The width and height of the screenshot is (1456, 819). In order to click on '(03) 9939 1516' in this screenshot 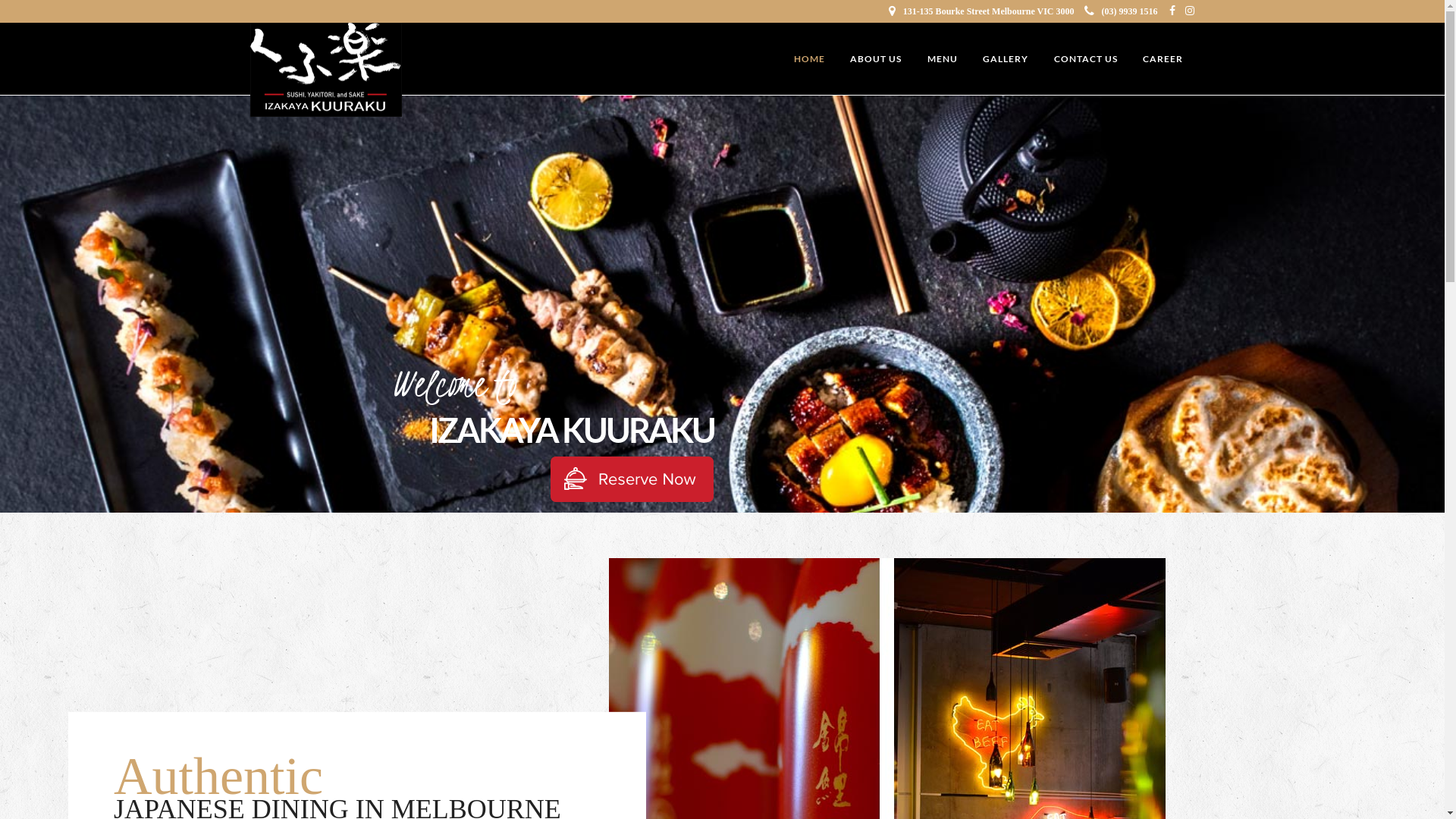, I will do `click(1121, 11)`.